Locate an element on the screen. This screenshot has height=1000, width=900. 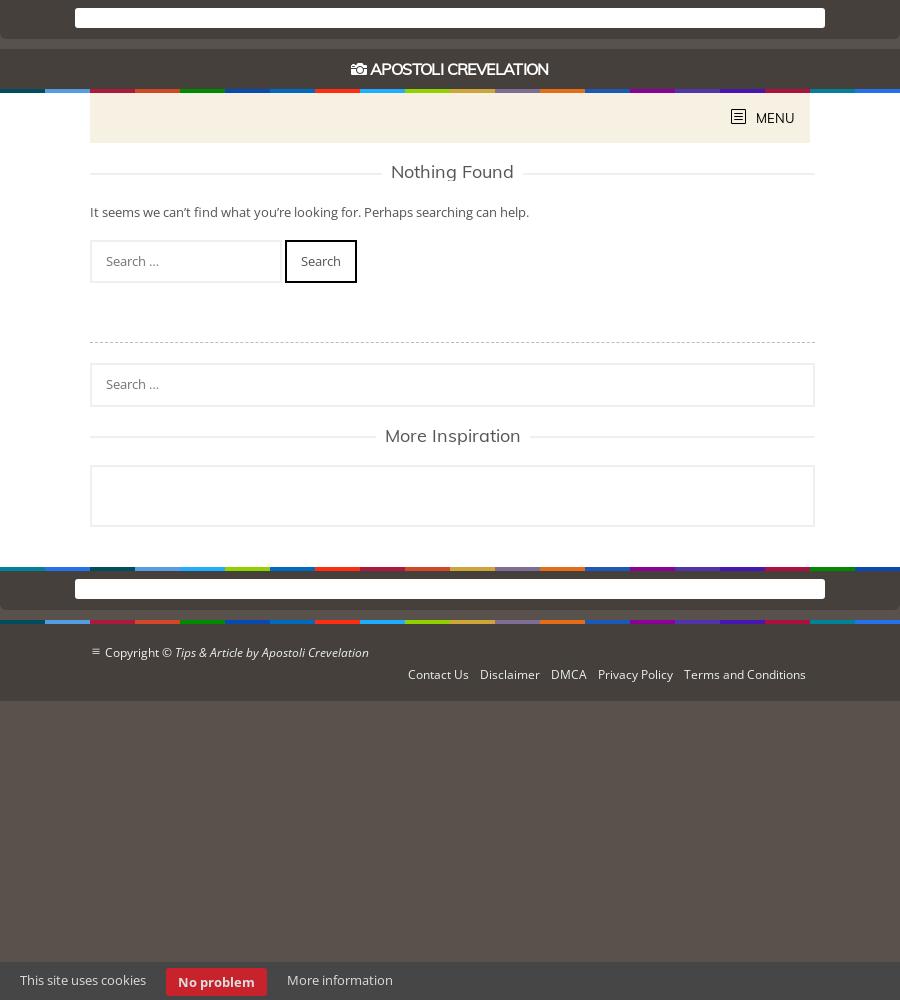
'Terms and Conditions' is located at coordinates (683, 673).